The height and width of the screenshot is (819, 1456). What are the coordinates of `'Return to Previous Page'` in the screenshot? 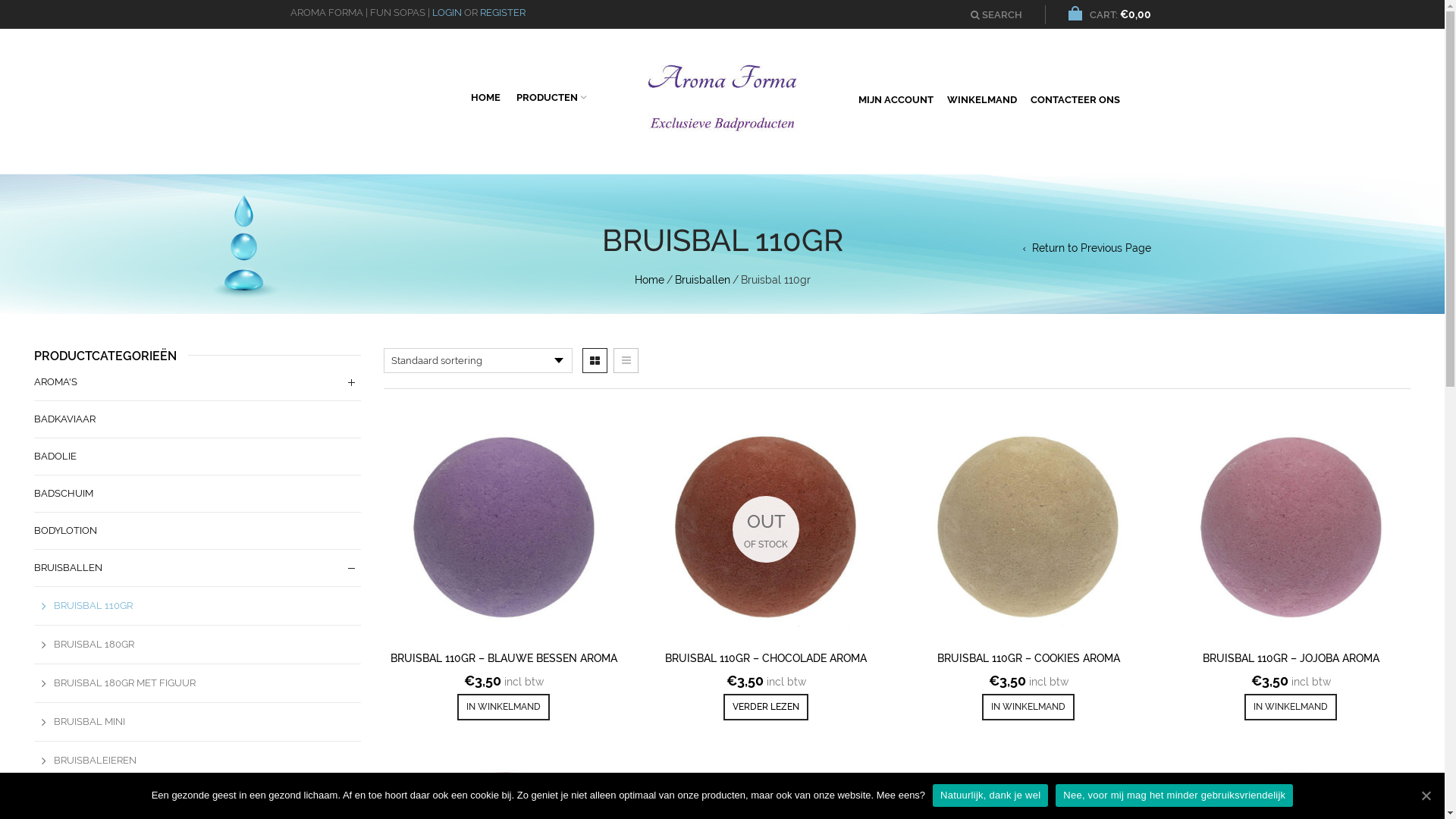 It's located at (1085, 247).